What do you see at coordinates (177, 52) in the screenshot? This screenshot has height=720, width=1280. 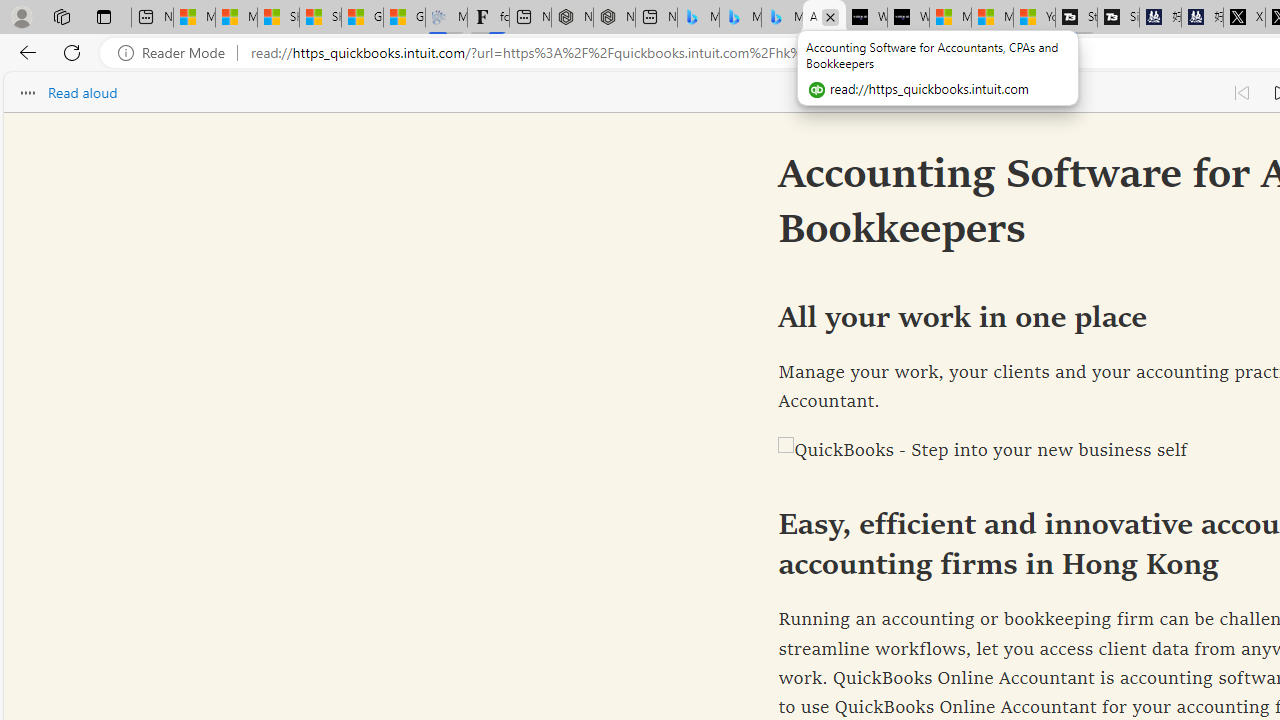 I see `'Reader Mode'` at bounding box center [177, 52].